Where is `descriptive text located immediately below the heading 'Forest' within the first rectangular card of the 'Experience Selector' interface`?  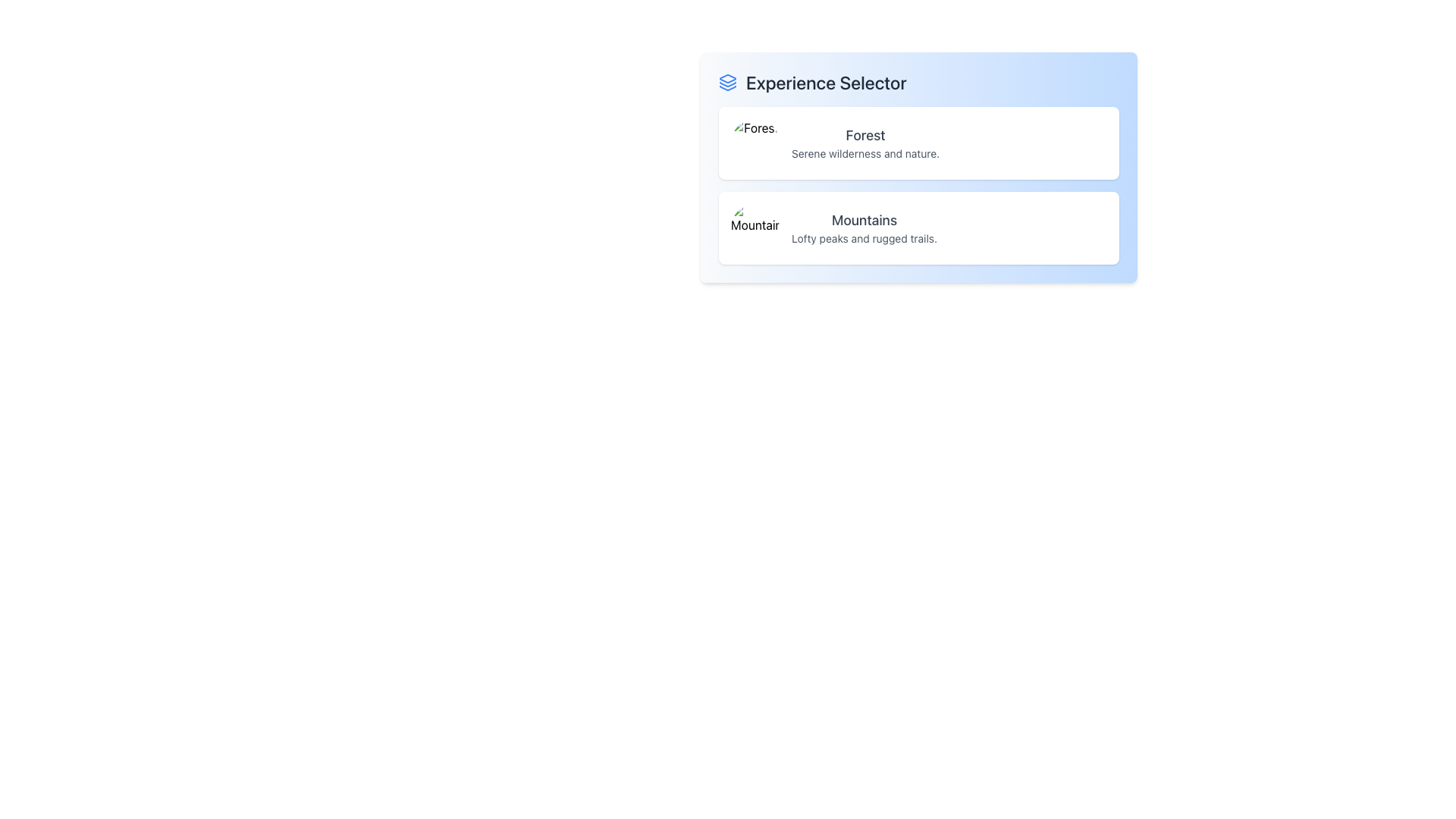
descriptive text located immediately below the heading 'Forest' within the first rectangular card of the 'Experience Selector' interface is located at coordinates (865, 154).